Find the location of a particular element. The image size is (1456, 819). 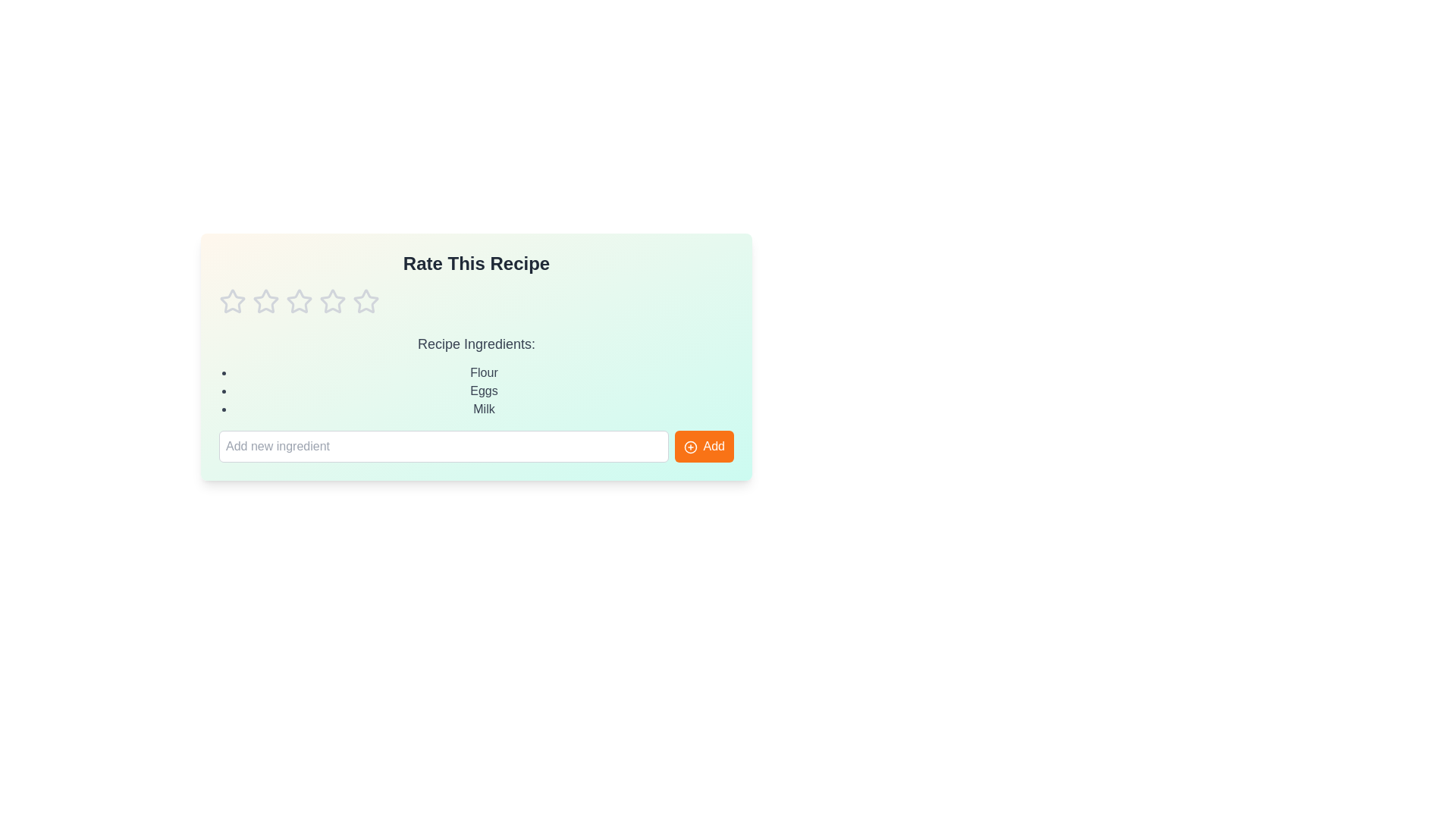

the star corresponding to the rating 5 to set the recipe rating is located at coordinates (366, 301).